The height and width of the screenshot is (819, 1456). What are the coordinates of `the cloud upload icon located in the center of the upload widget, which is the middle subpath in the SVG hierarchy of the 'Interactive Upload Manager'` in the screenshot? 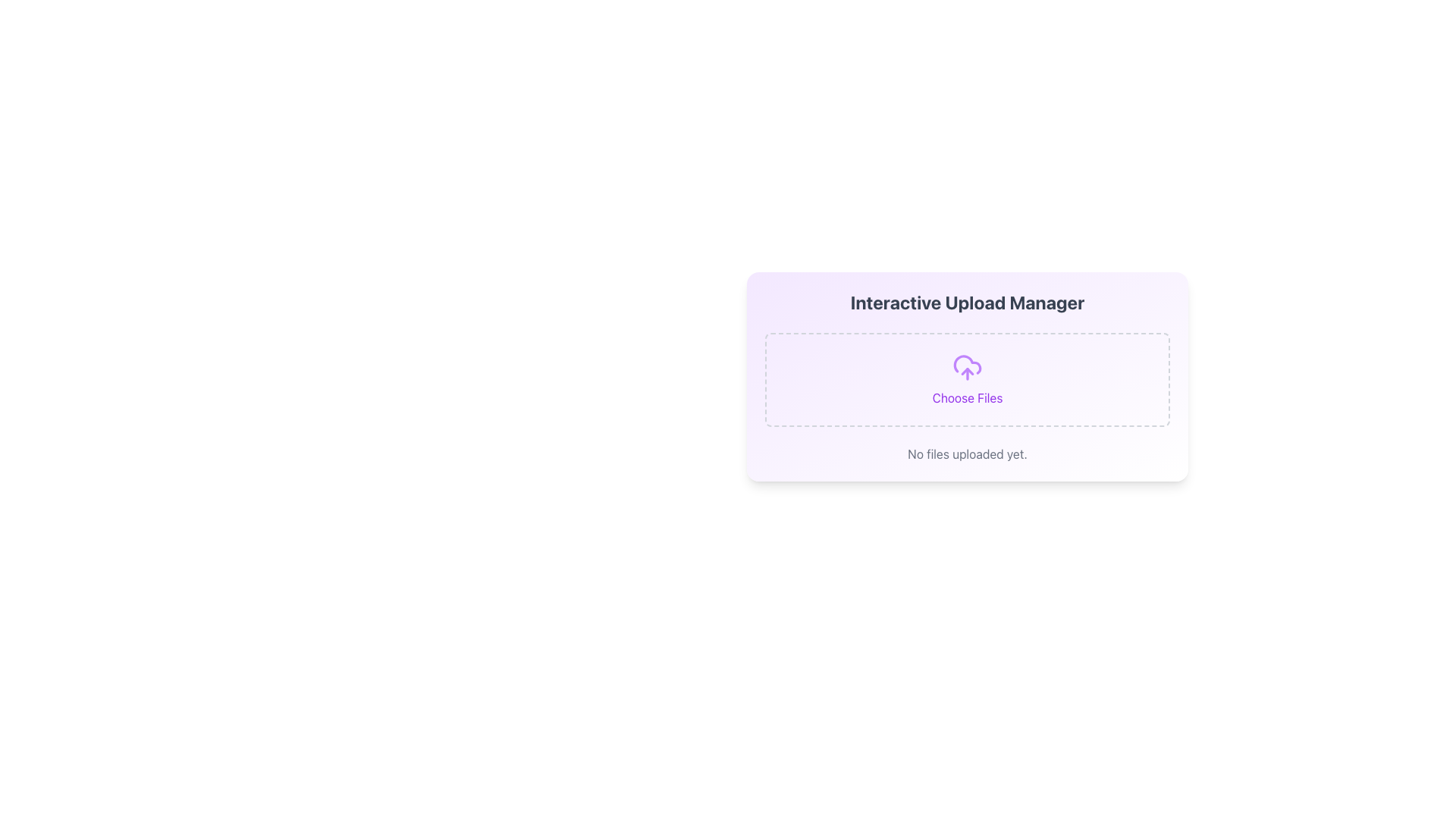 It's located at (967, 365).